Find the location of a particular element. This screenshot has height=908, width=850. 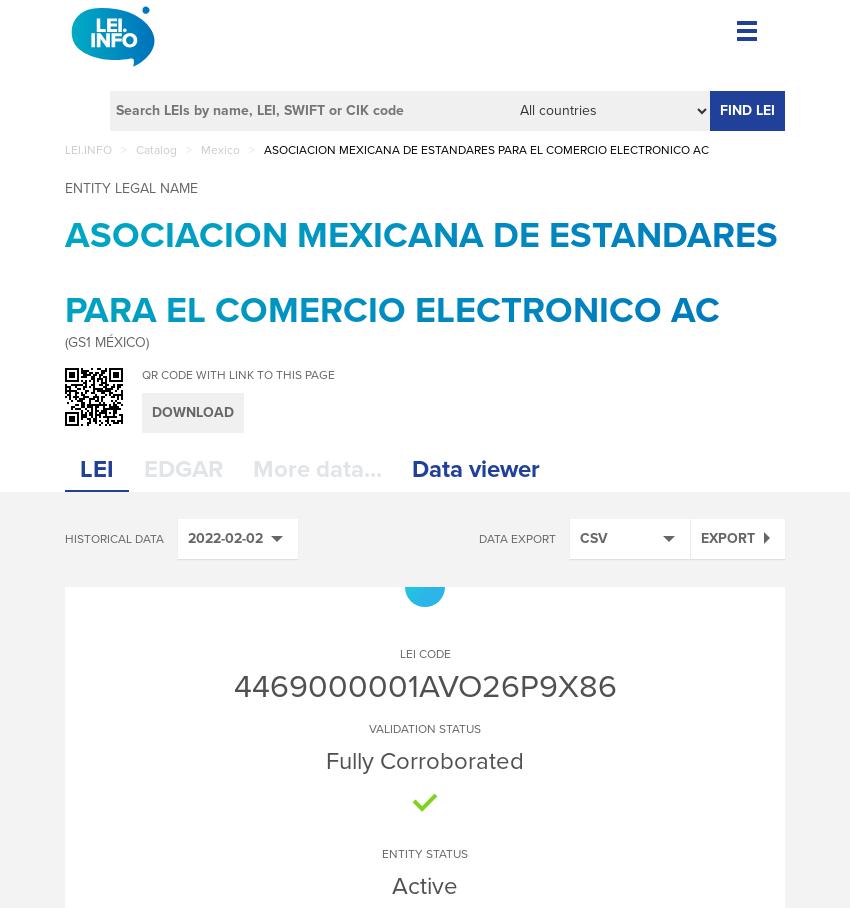

'LEI.INFO' is located at coordinates (87, 149).